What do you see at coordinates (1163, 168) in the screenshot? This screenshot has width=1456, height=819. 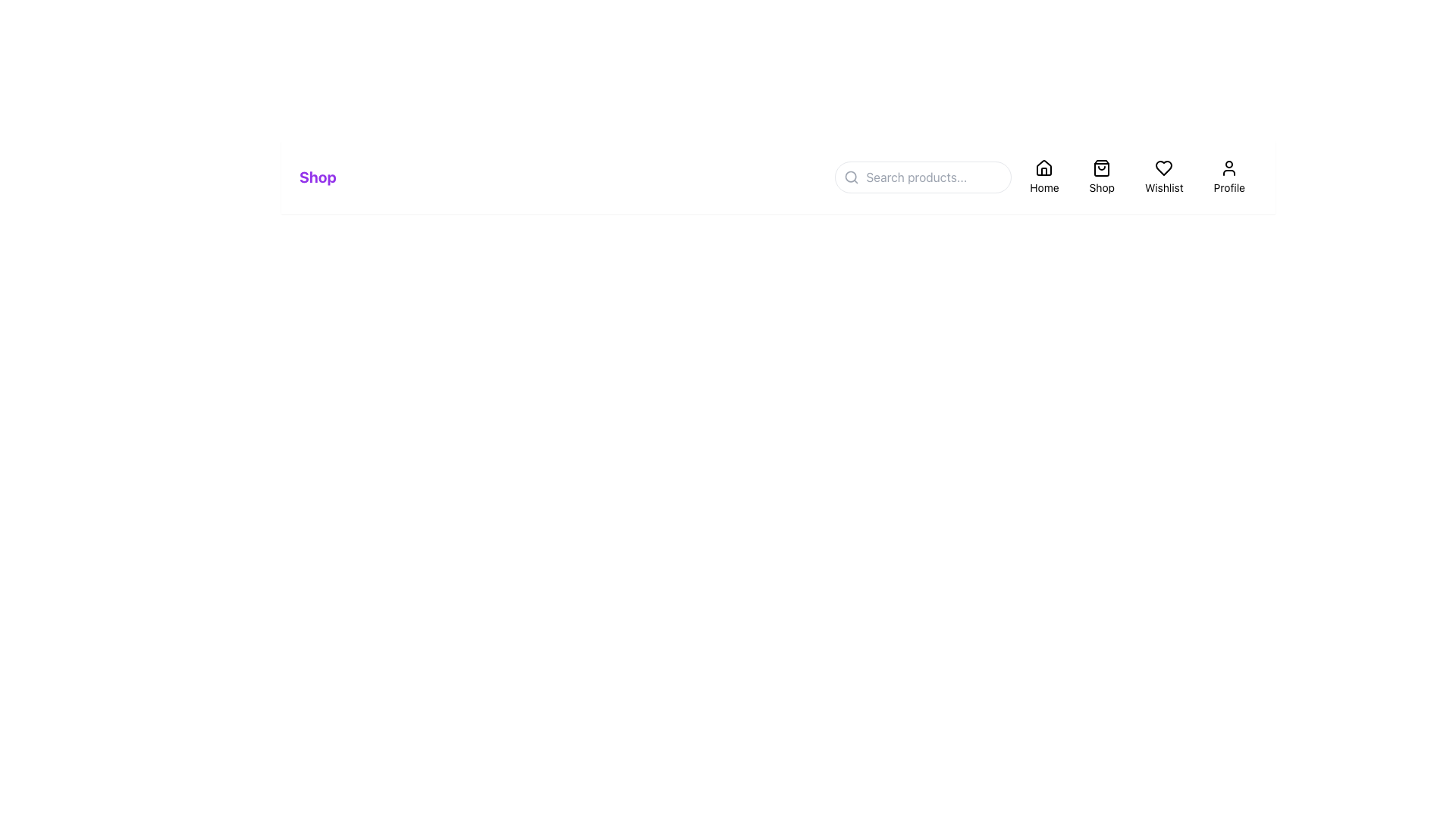 I see `the heart icon that represents the wishlist feature, located in the navigation bar between the 'Shop' and 'Profile' sections` at bounding box center [1163, 168].